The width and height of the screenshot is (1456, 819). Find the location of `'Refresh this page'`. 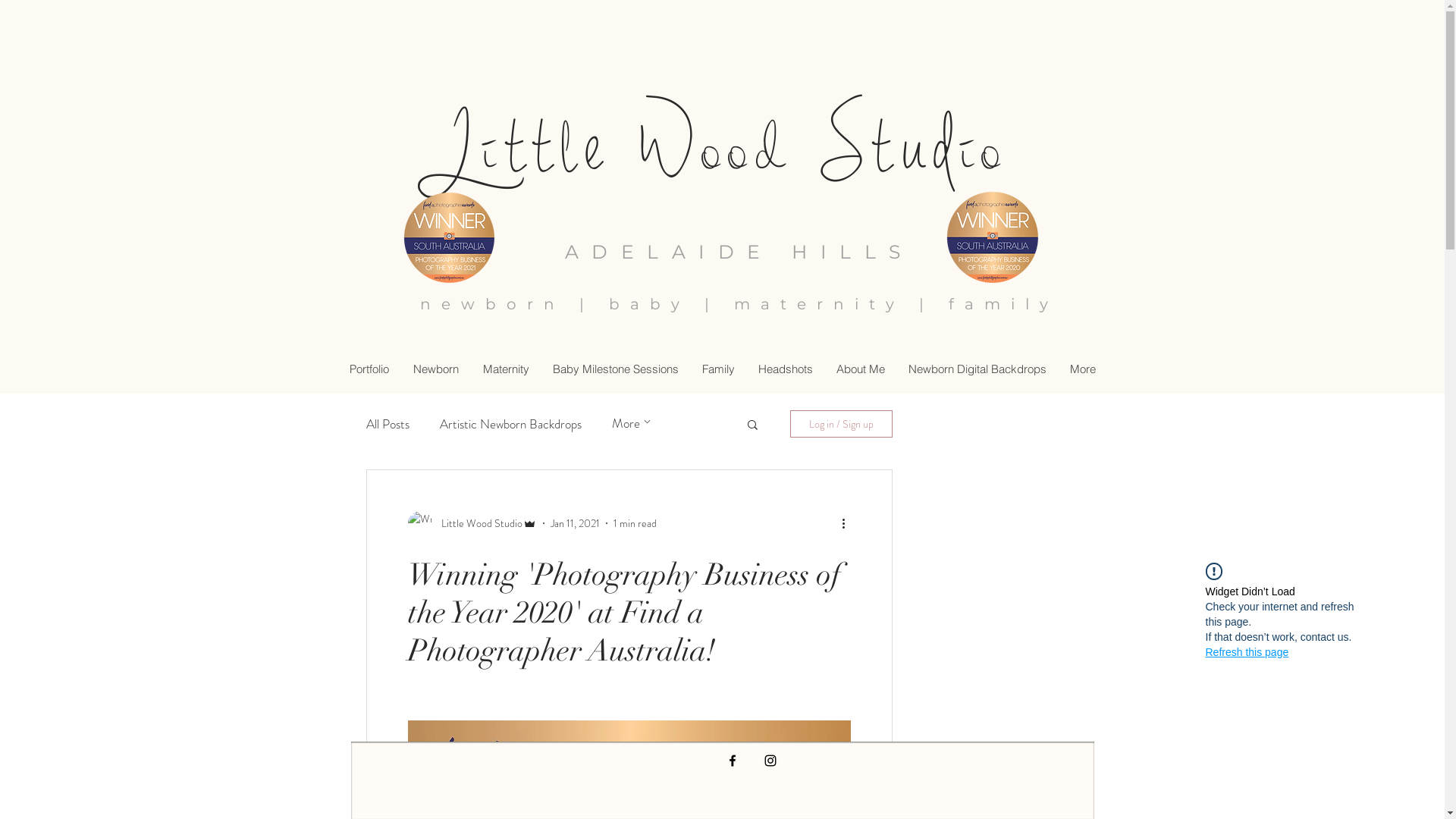

'Refresh this page' is located at coordinates (1247, 651).